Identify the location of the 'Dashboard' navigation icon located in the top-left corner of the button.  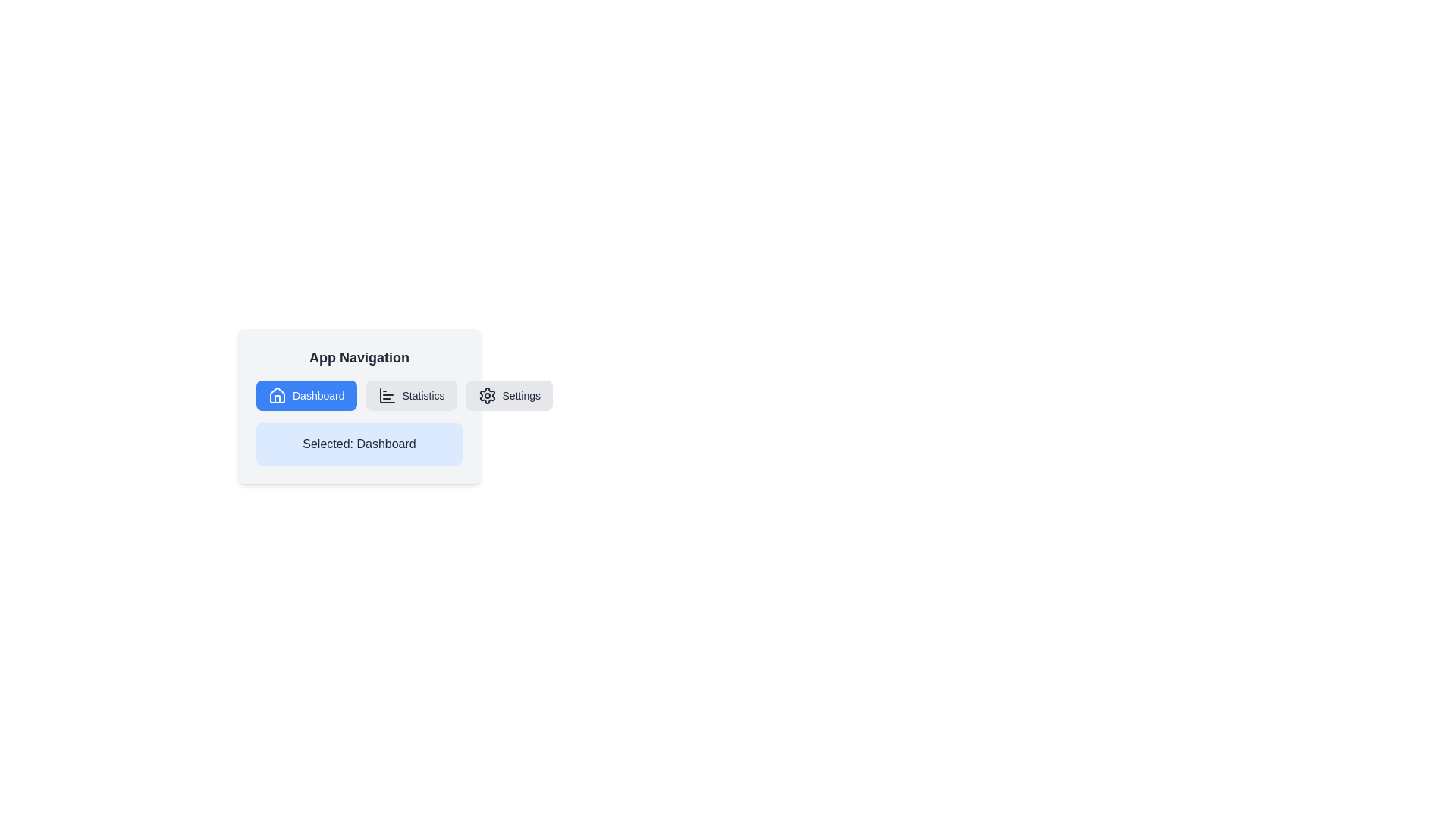
(277, 394).